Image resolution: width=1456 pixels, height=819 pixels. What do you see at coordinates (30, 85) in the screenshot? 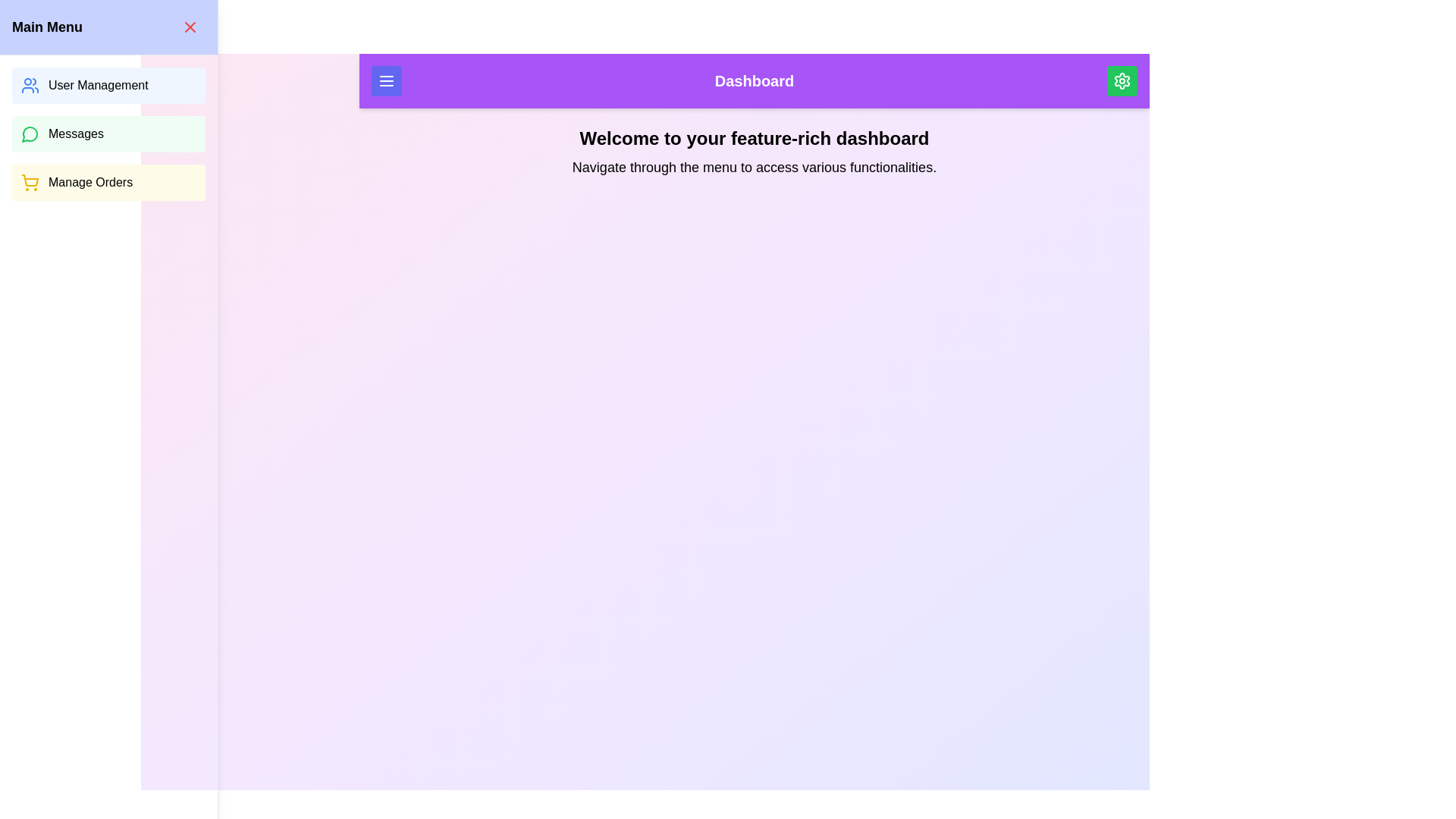
I see `the 'User Management' icon located at the top of the left-hand menu section, before the text 'User Management'` at bounding box center [30, 85].